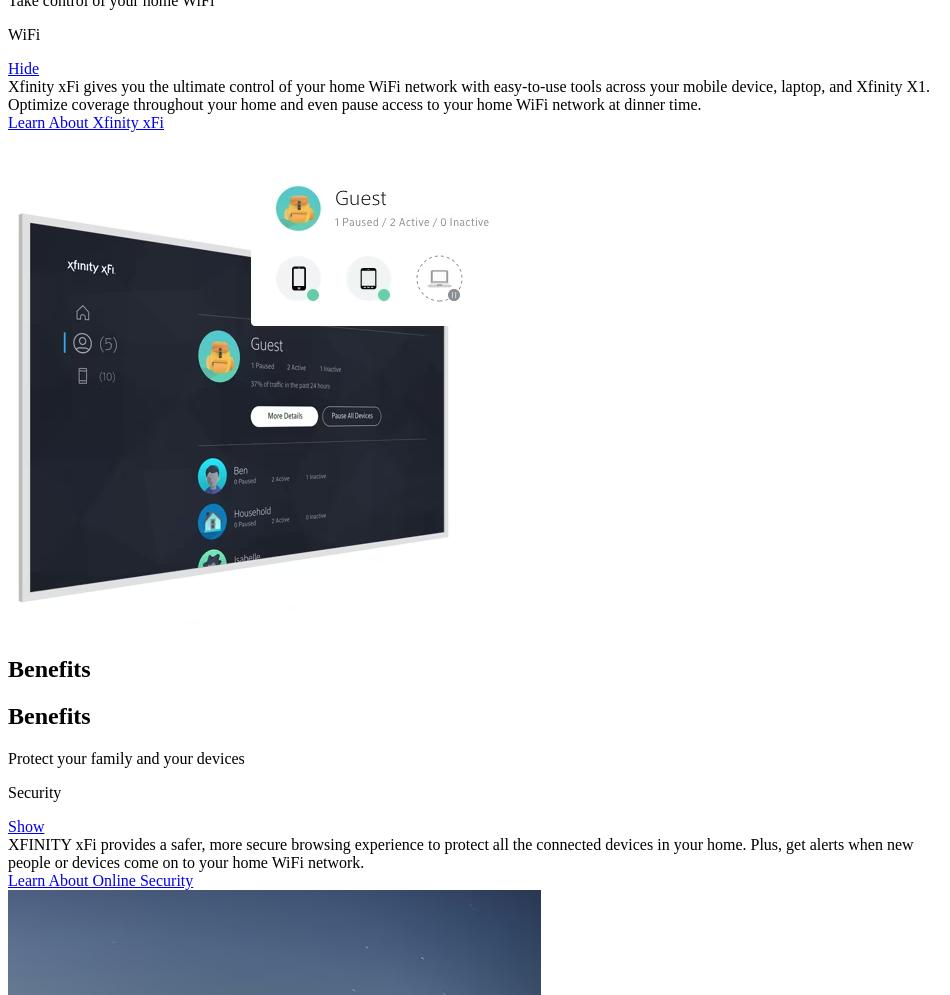 Image resolution: width=950 pixels, height=995 pixels. I want to click on 'Learn About Xfinity xFi', so click(85, 121).